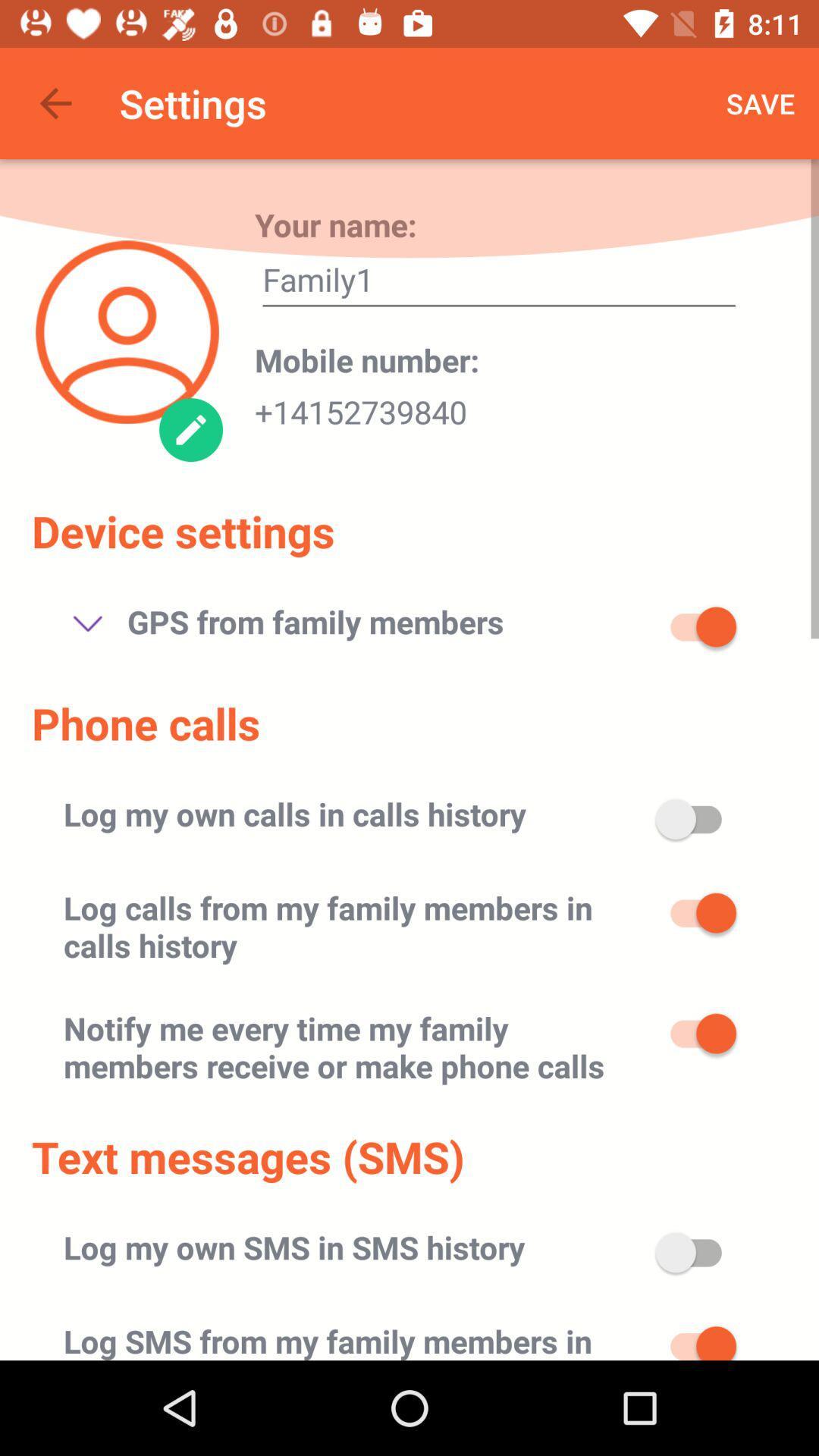 Image resolution: width=819 pixels, height=1456 pixels. Describe the element at coordinates (360, 407) in the screenshot. I see `the item below mobile number: item` at that location.